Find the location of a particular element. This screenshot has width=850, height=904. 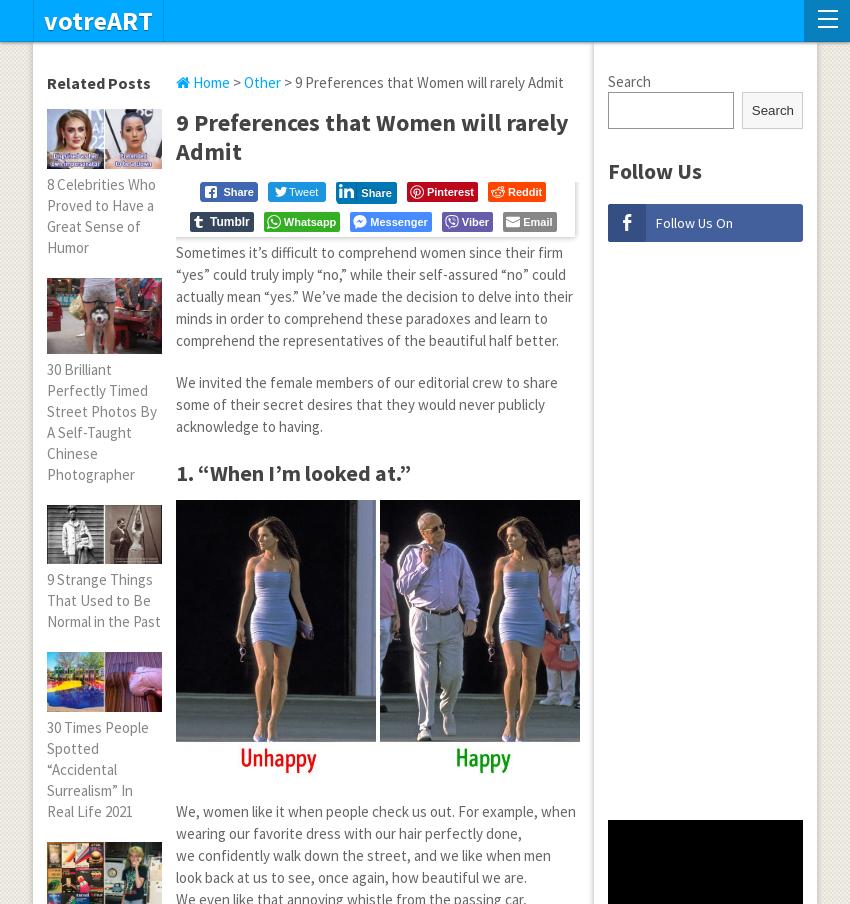

'1. “When I’m looked at.”' is located at coordinates (292, 470).